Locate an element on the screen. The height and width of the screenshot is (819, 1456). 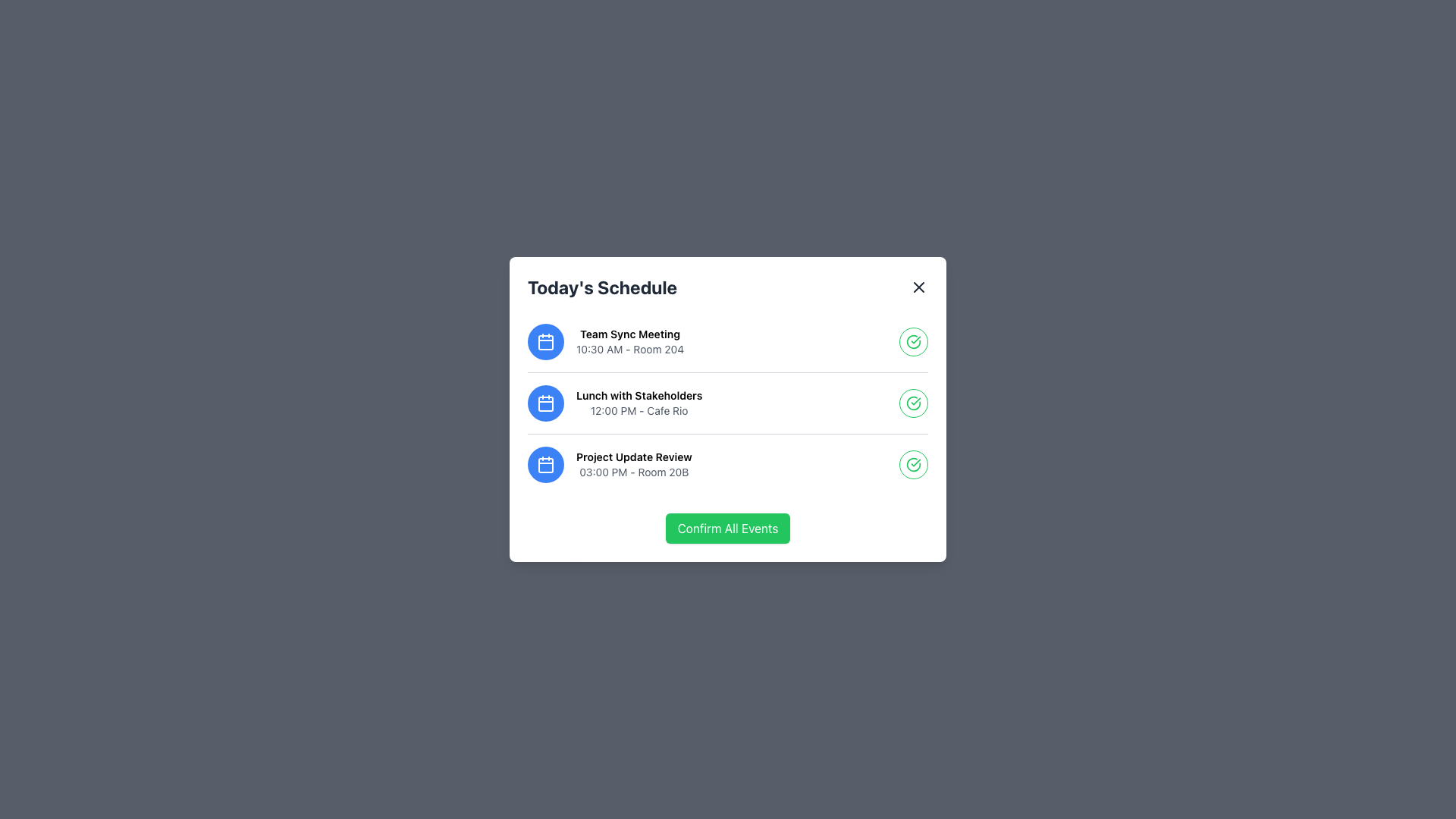
the text label displaying '03:00 PM - Room 20B', which is the second line of text supporting the event title 'Project Update Review' in the schedule view is located at coordinates (634, 472).